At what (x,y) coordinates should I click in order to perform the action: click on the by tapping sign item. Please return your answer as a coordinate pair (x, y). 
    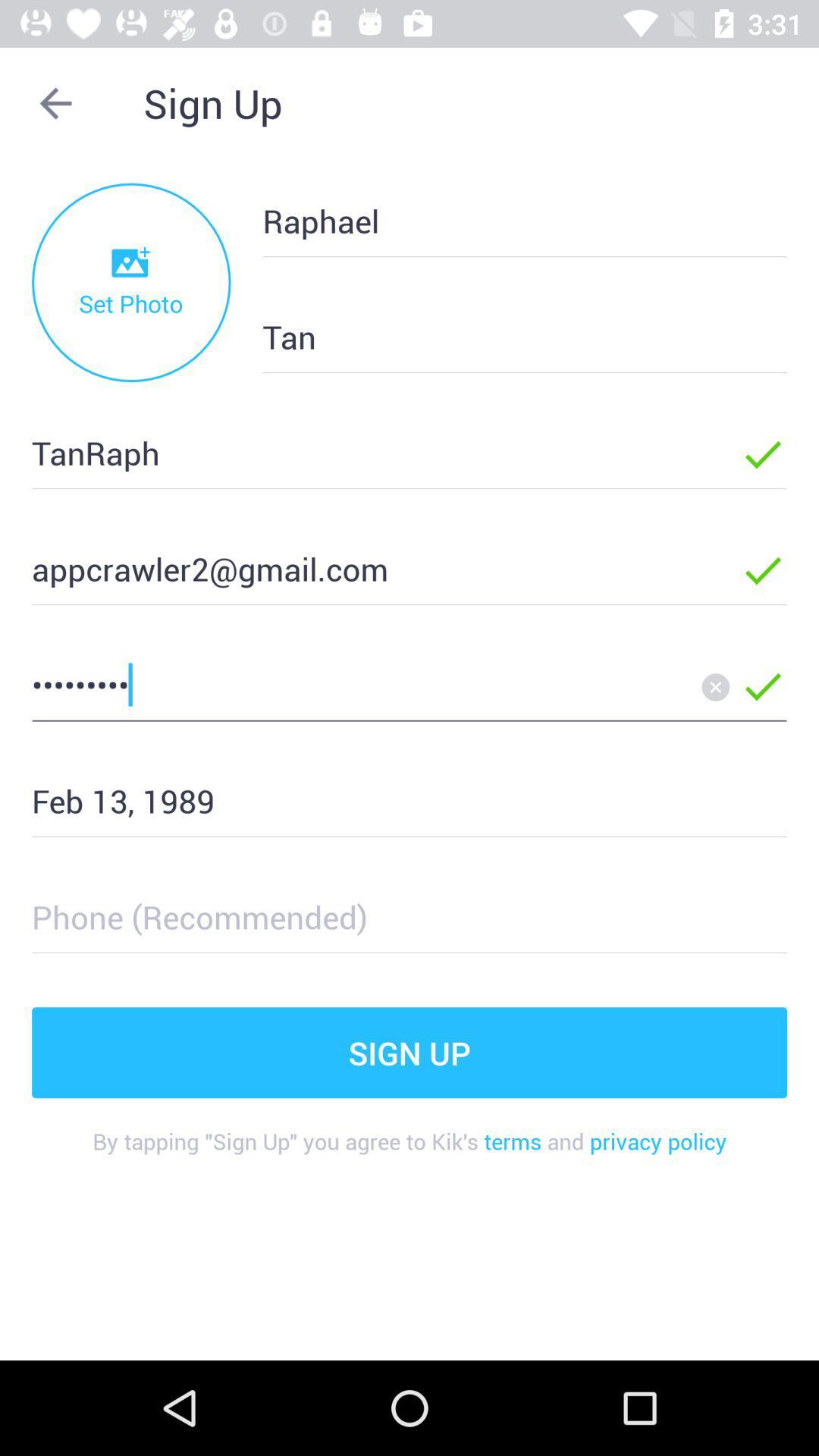
    Looking at the image, I should click on (409, 1153).